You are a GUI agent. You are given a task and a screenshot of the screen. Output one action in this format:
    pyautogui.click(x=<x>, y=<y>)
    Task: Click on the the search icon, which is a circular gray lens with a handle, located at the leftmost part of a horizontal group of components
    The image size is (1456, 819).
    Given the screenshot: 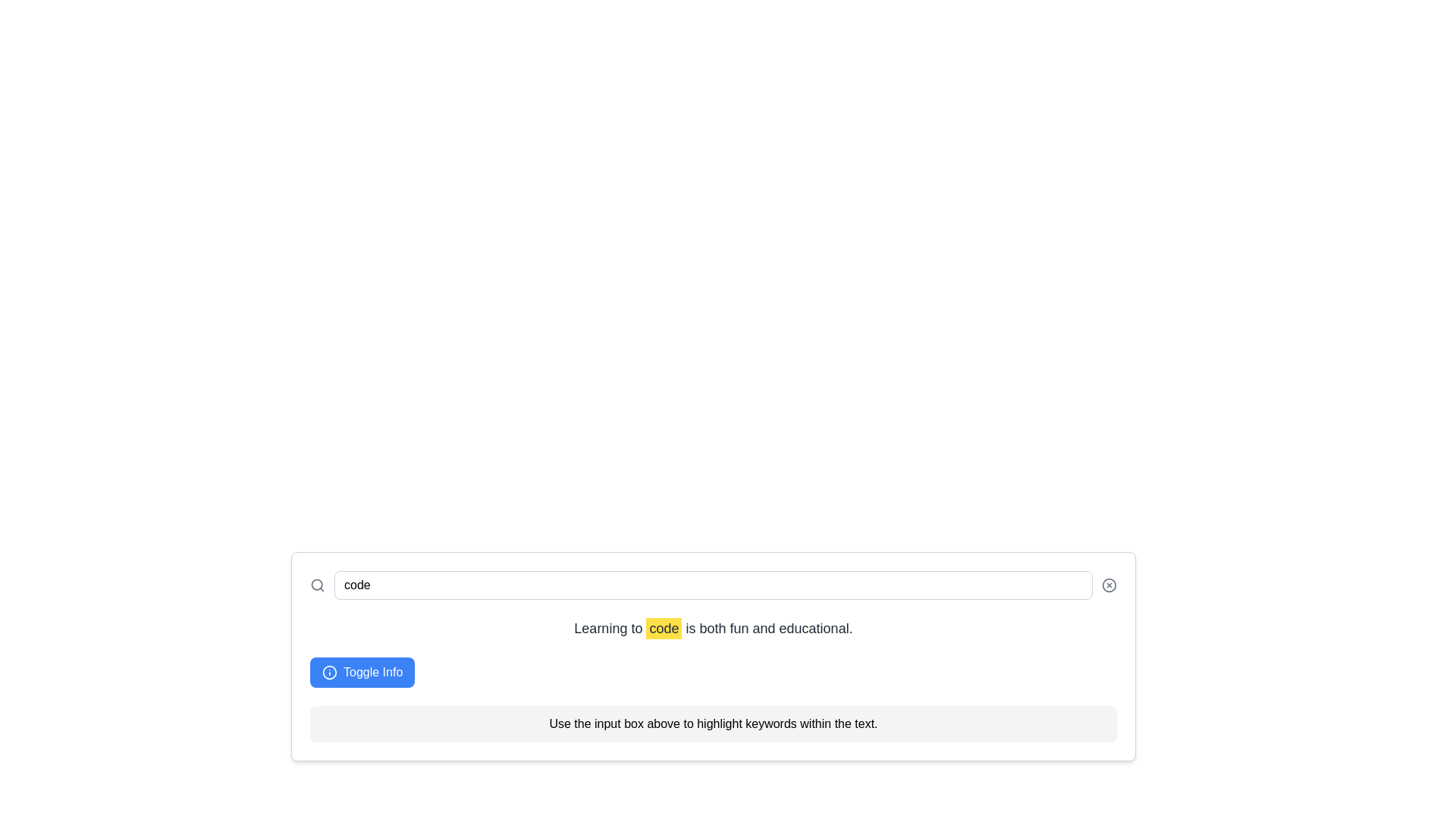 What is the action you would take?
    pyautogui.click(x=316, y=584)
    